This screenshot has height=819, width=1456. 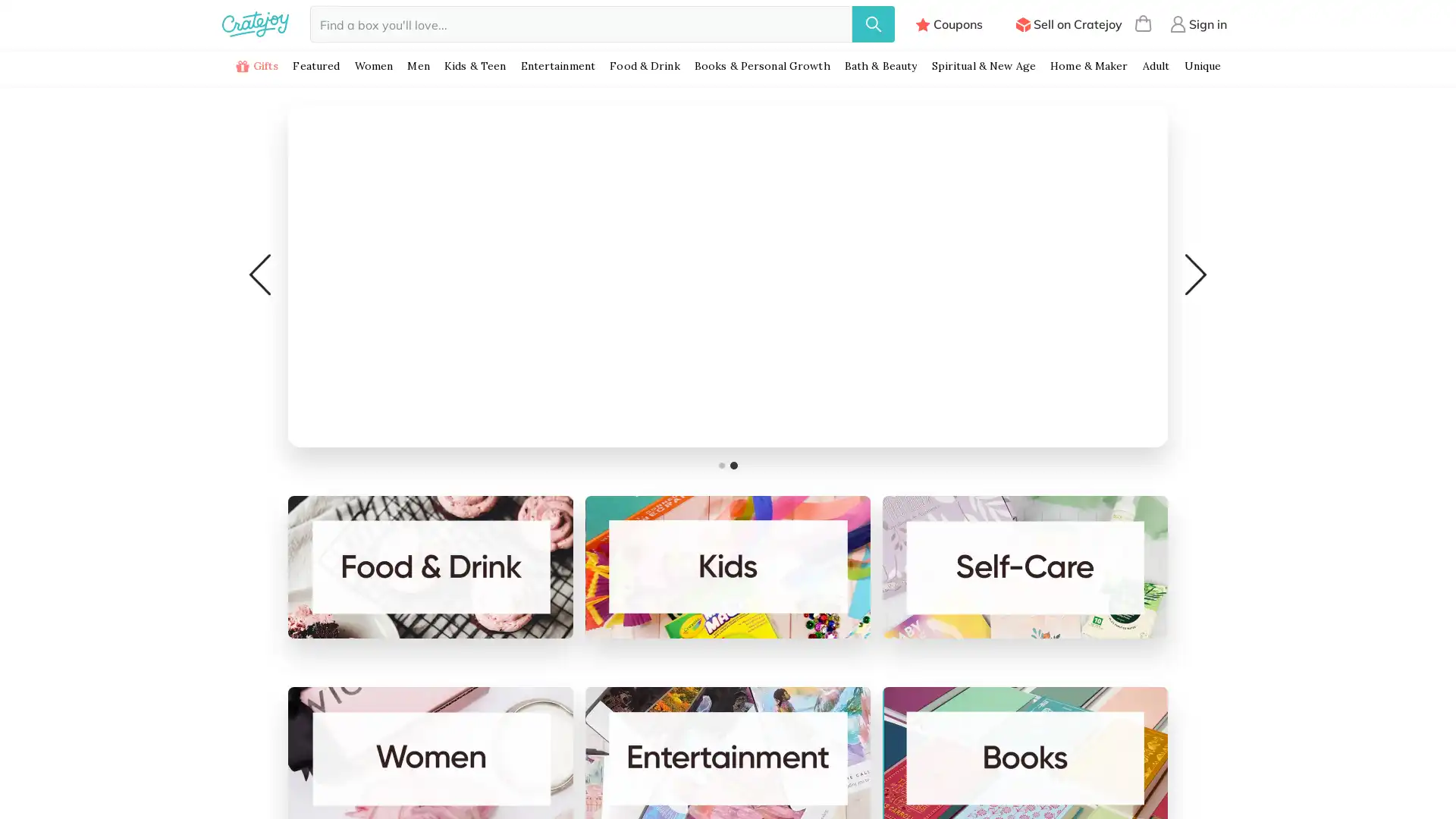 I want to click on Toggle Shopping Cart, so click(x=1143, y=24).